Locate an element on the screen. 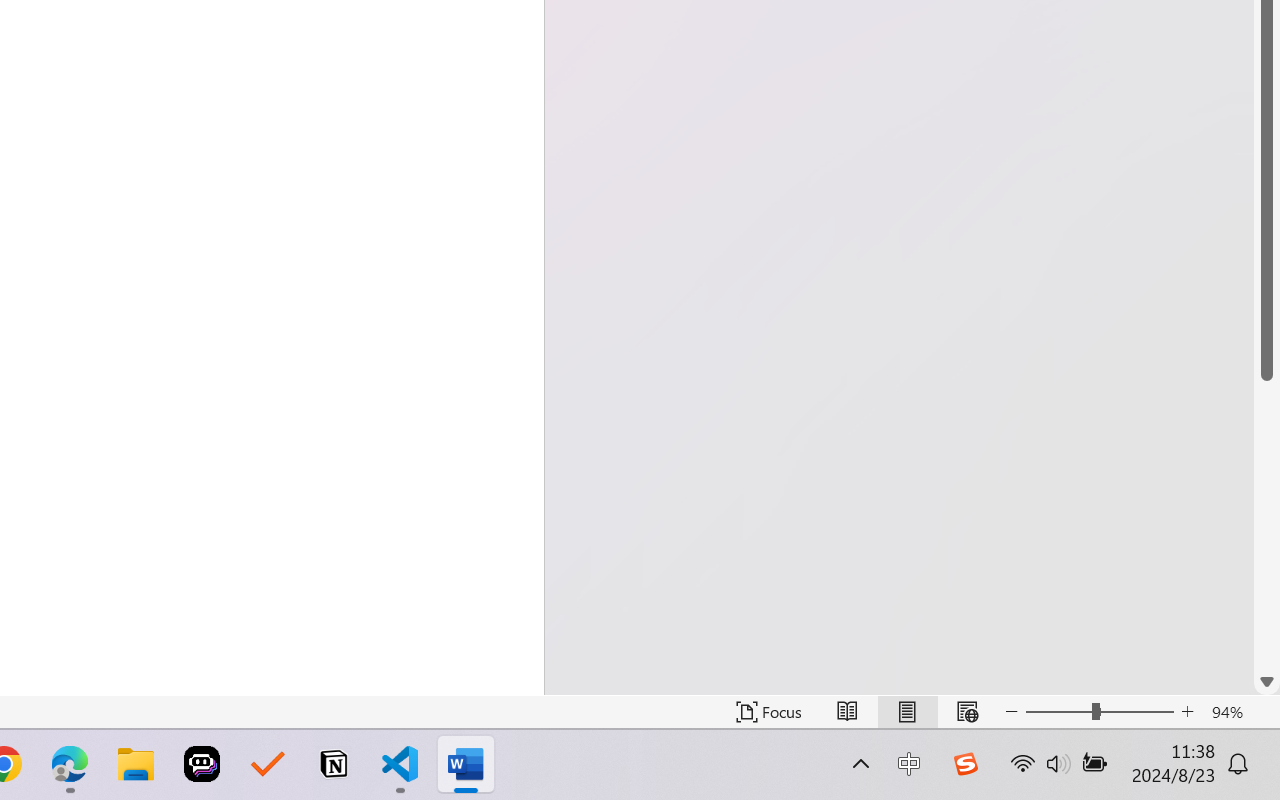 The height and width of the screenshot is (800, 1280). 'Line down' is located at coordinates (1266, 682).